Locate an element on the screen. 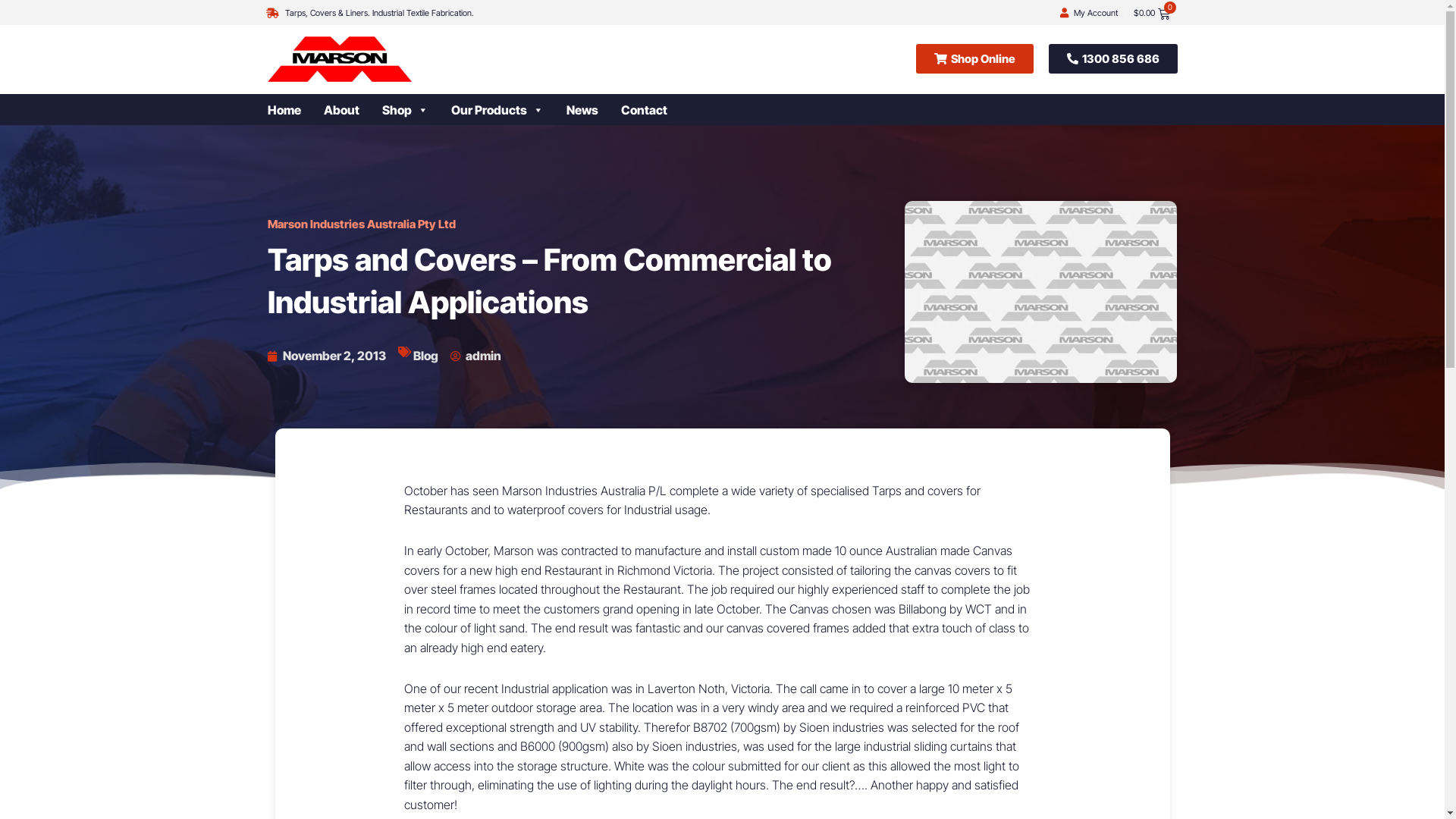  'Our Products' is located at coordinates (508, 109).